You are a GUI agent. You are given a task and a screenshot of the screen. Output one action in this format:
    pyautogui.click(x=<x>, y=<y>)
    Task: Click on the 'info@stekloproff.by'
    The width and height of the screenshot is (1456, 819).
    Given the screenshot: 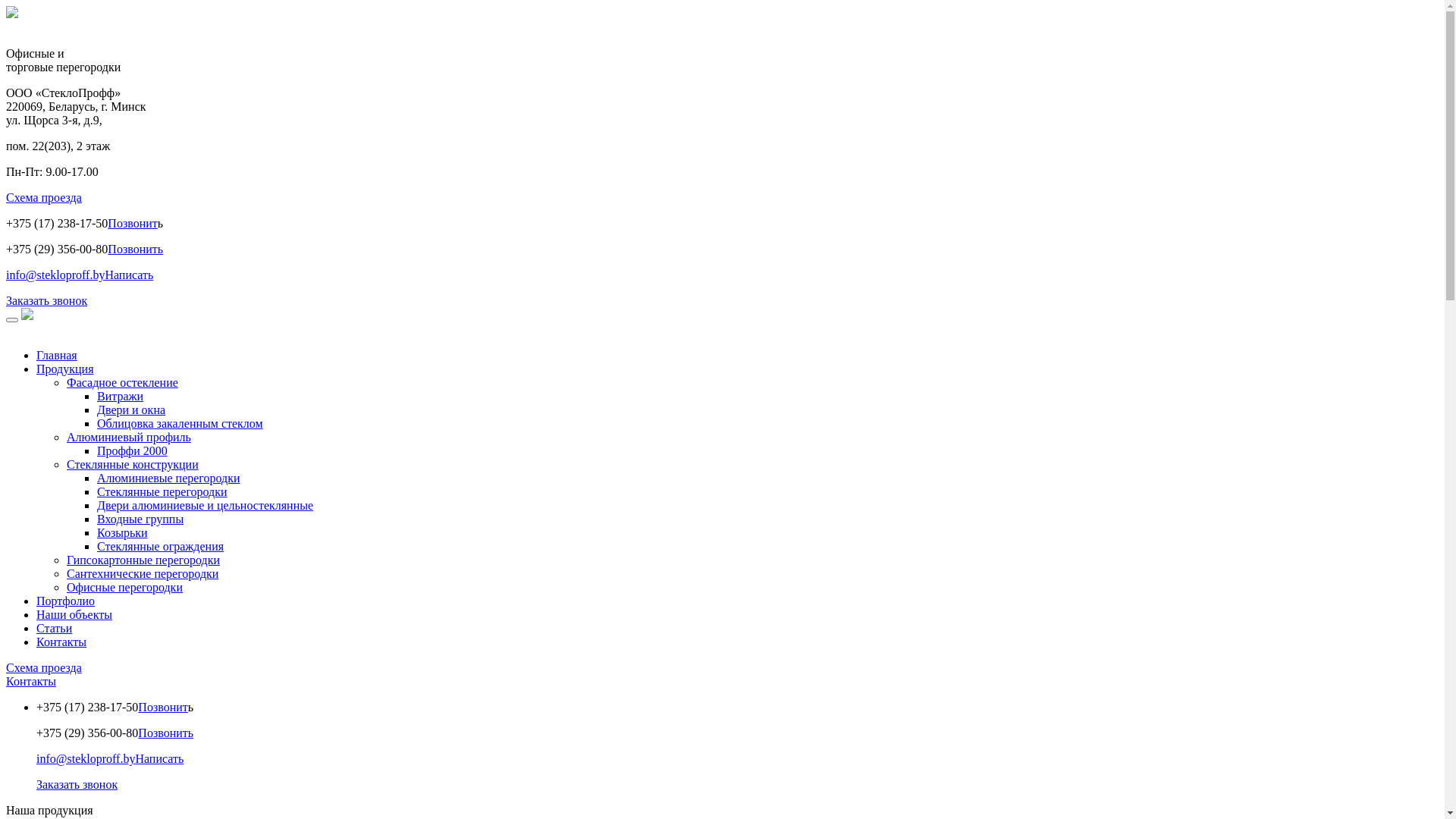 What is the action you would take?
    pyautogui.click(x=55, y=275)
    